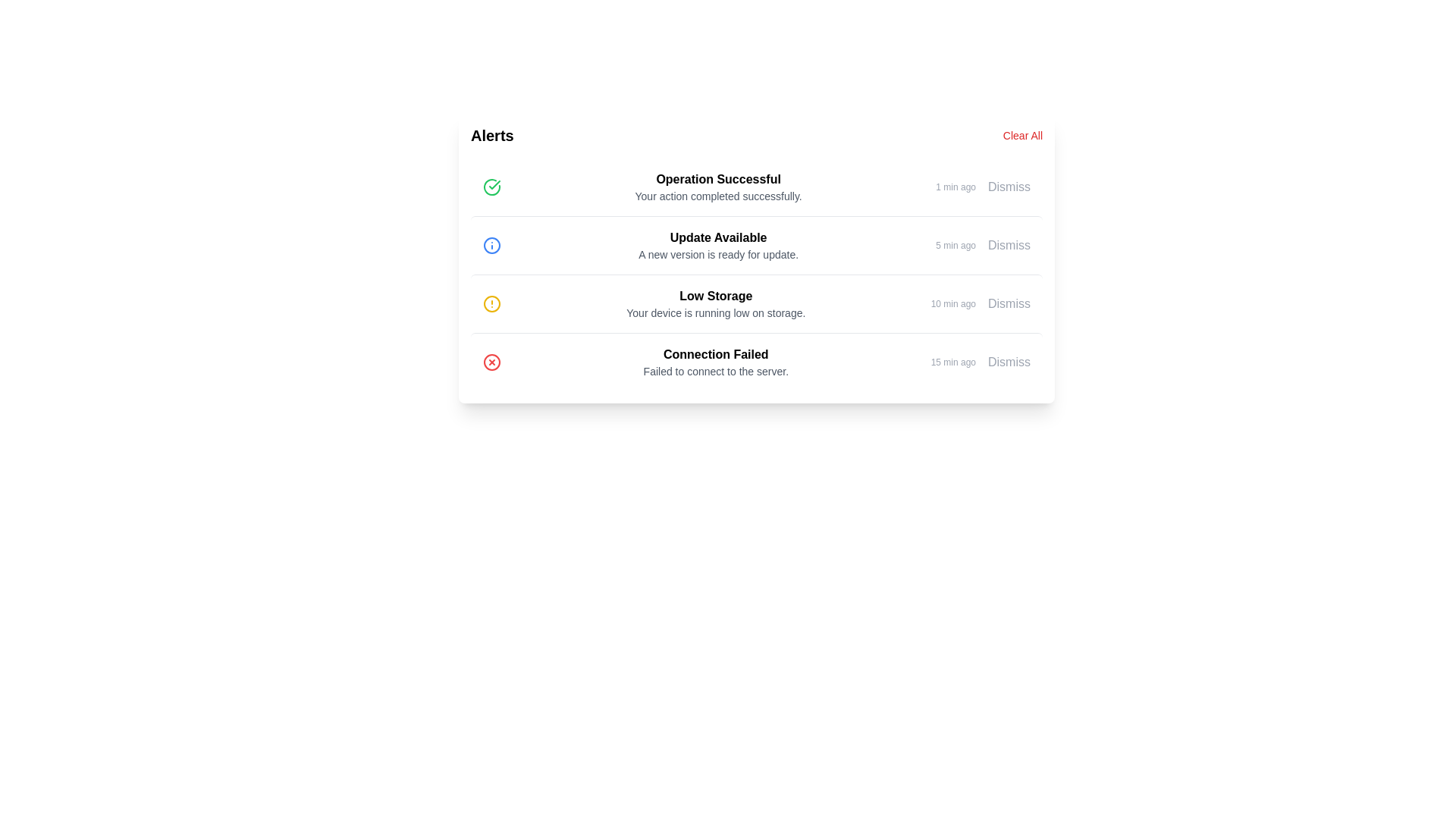  Describe the element at coordinates (491, 186) in the screenshot. I see `the outer circular graphical shape of the green checkmark icon that represents successful operations, located next to the 'Operation Successful' text in the alerts list` at that location.